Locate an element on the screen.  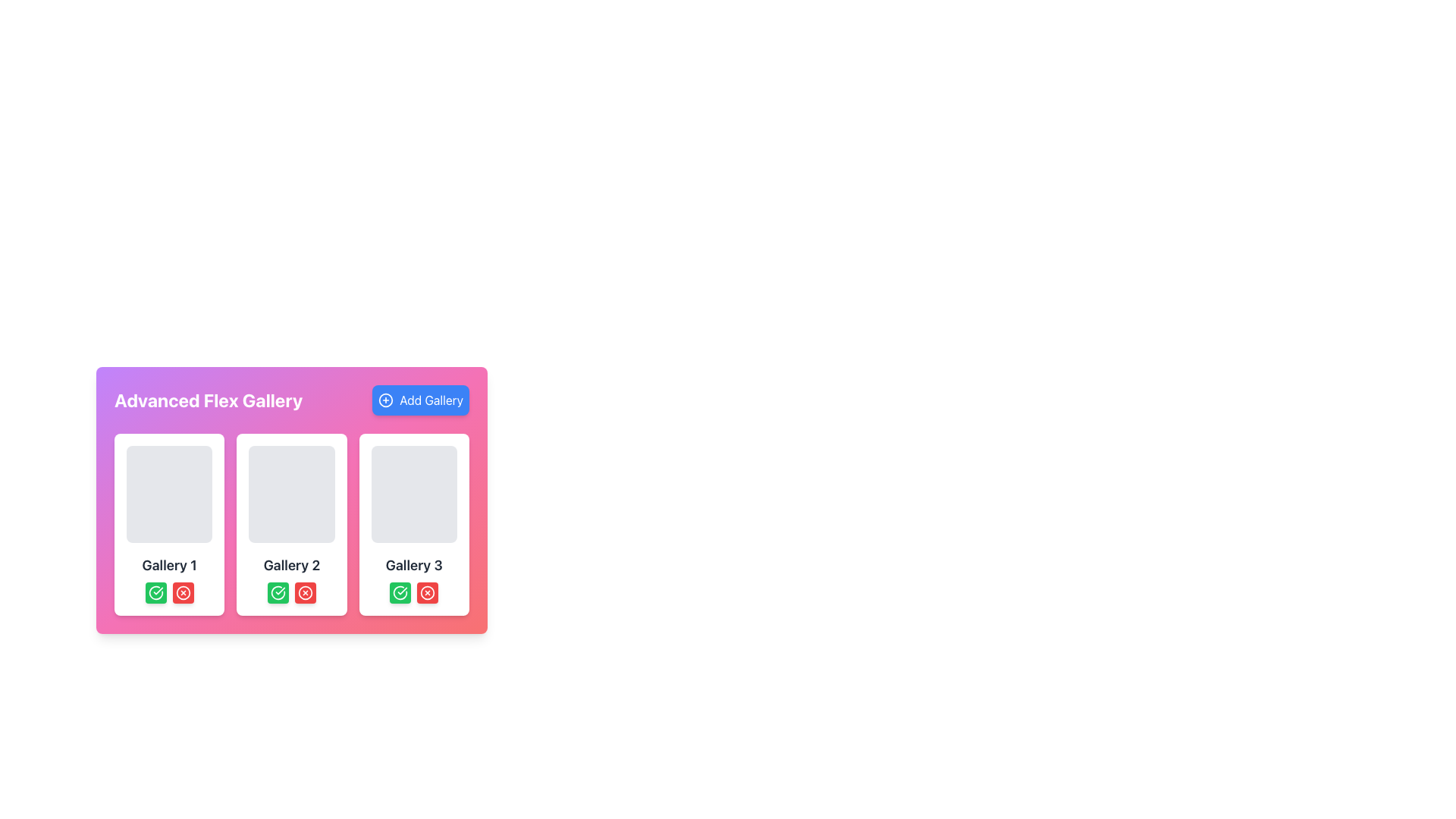
the SVG circle graphic located near the bottom-right corner of the third gallery card in the 'Advanced Flex Gallery' section is located at coordinates (305, 592).